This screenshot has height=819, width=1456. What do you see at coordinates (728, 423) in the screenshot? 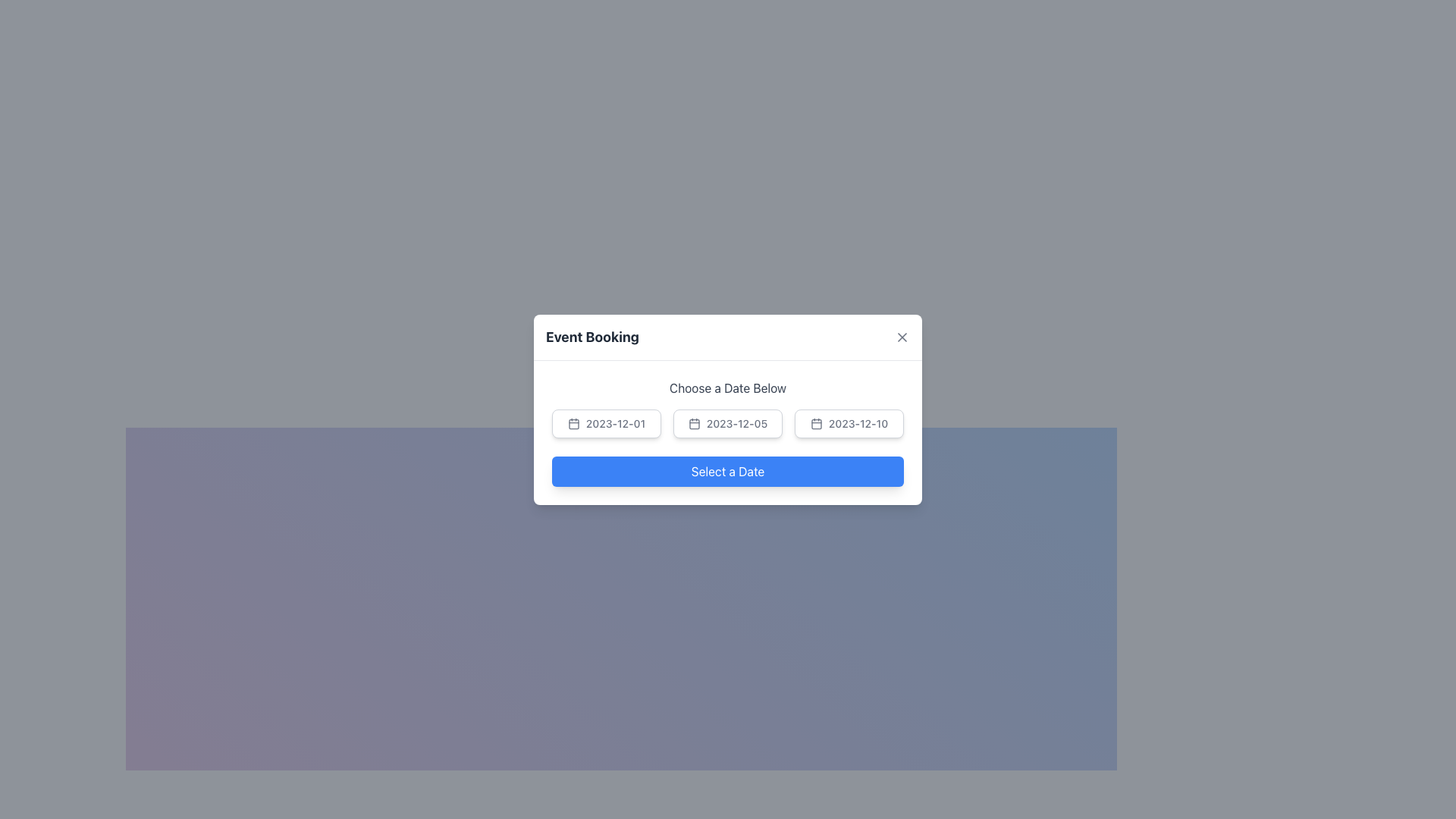
I see `the date selection button for '2023-12-05' located in the 'Choose a Date Below' section` at bounding box center [728, 423].